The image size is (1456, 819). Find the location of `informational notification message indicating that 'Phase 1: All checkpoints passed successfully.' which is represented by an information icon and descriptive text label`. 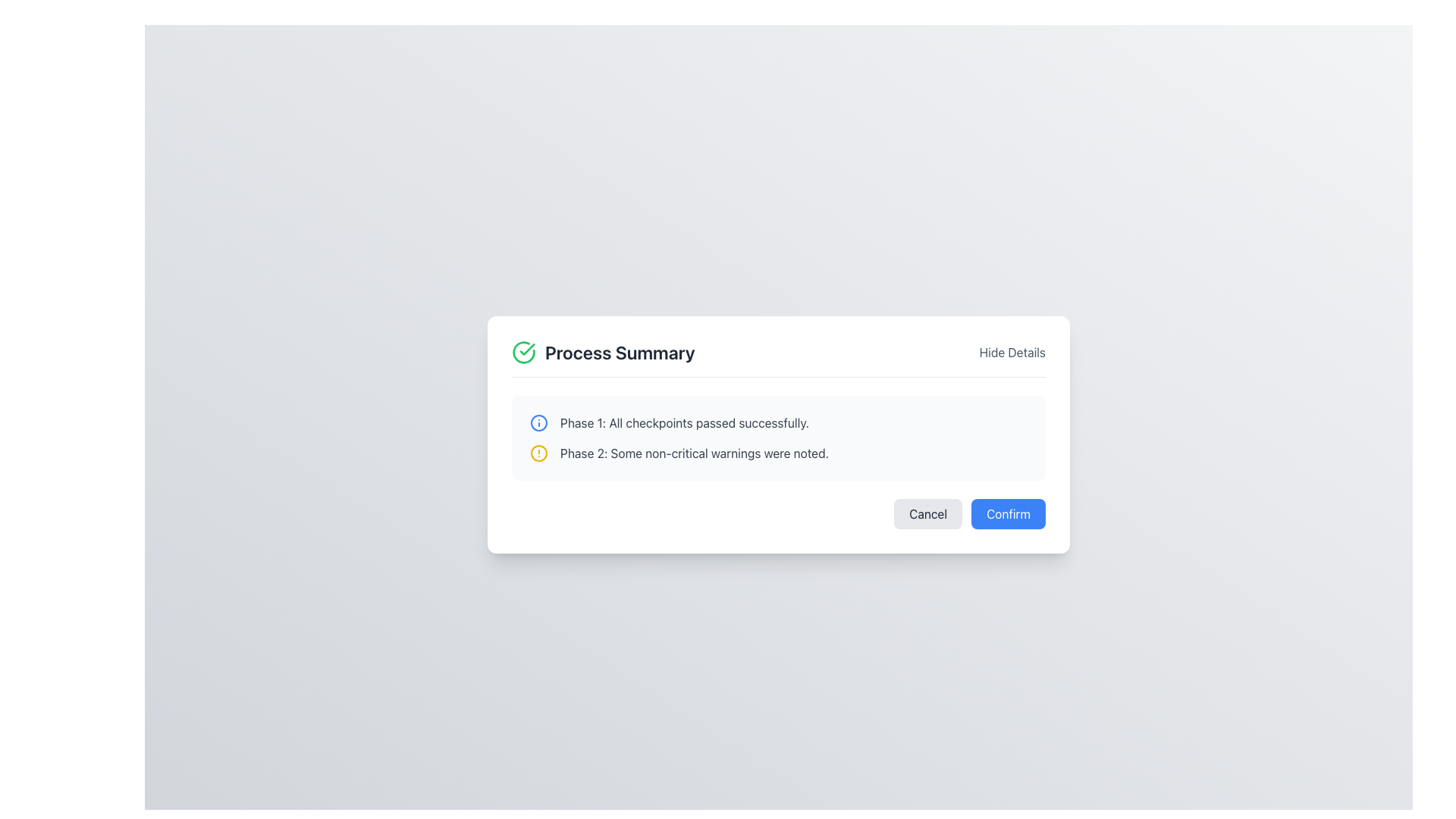

informational notification message indicating that 'Phase 1: All checkpoints passed successfully.' which is represented by an information icon and descriptive text label is located at coordinates (779, 422).